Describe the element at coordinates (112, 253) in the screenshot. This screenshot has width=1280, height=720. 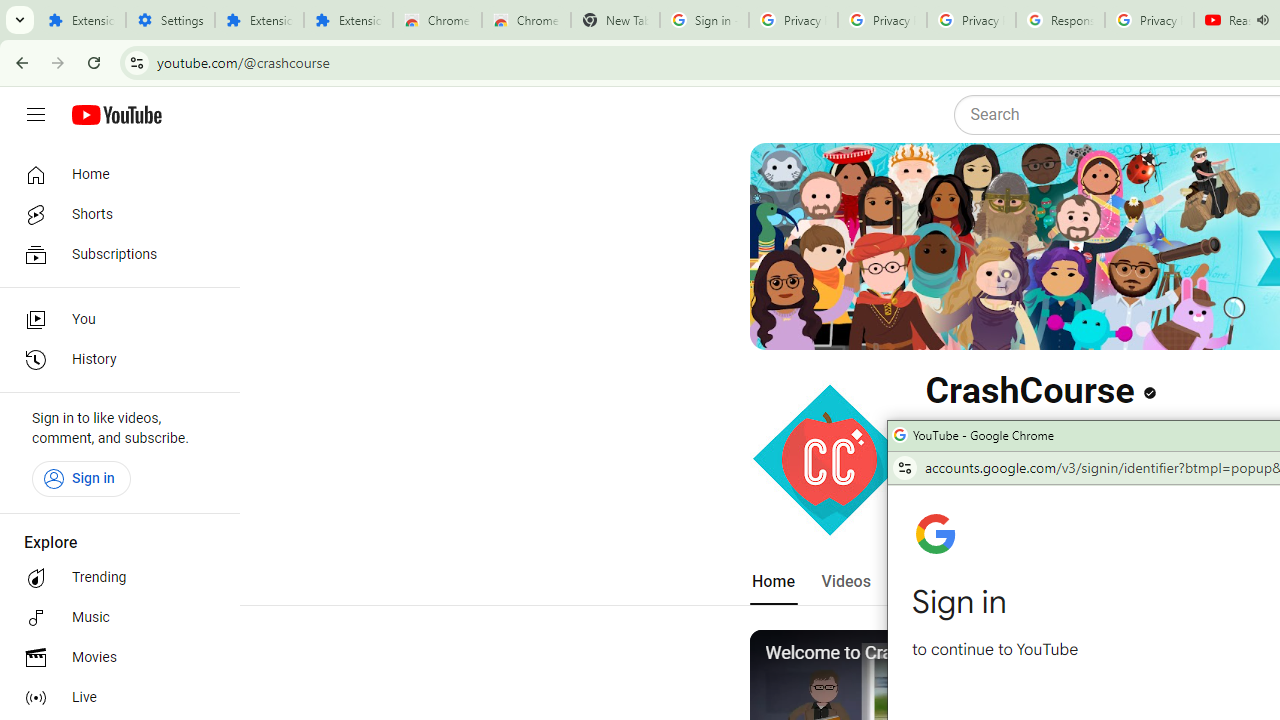
I see `'Subscriptions'` at that location.